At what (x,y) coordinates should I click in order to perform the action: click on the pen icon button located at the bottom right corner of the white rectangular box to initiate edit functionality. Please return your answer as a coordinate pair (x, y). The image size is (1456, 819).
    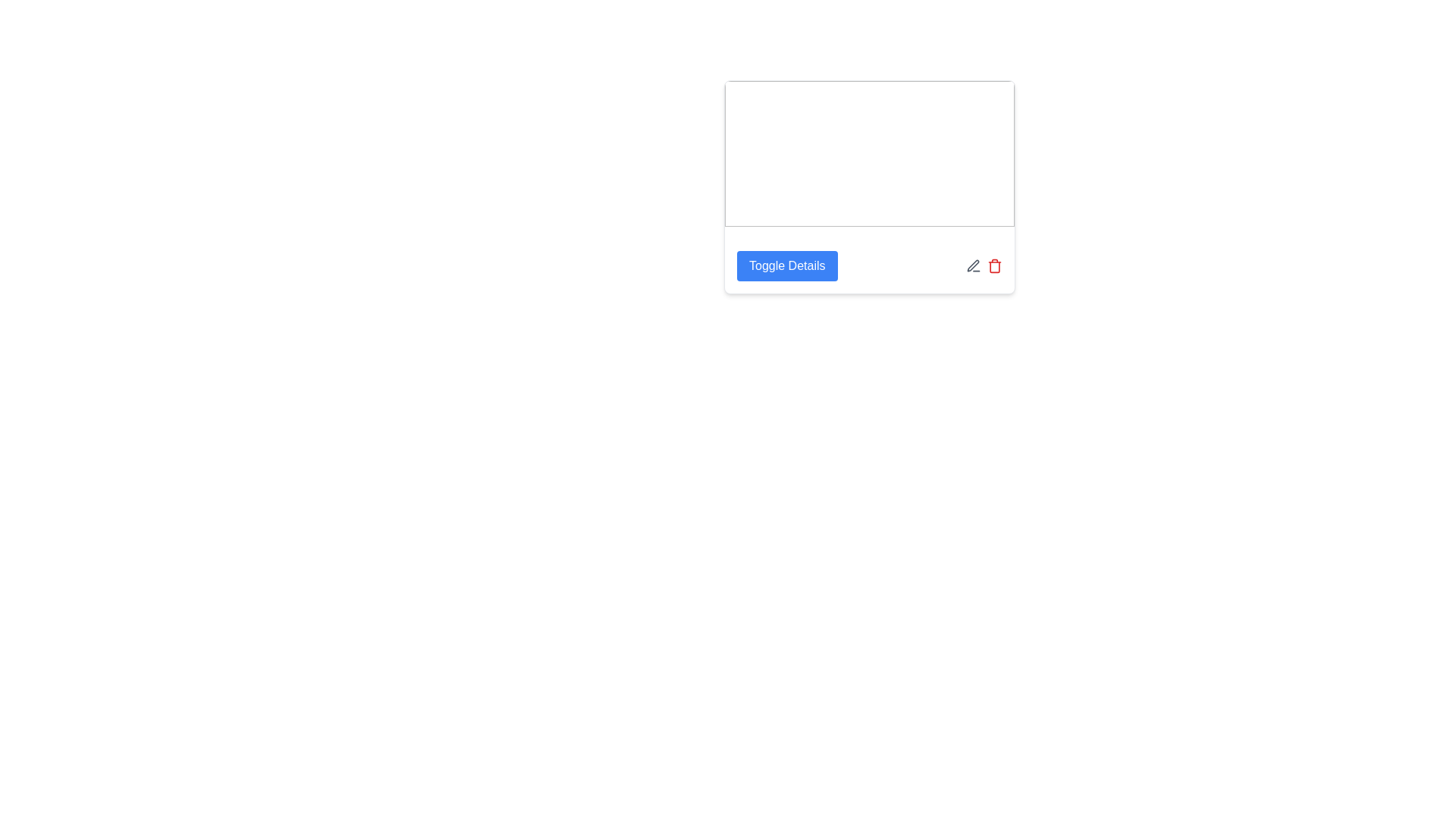
    Looking at the image, I should click on (973, 265).